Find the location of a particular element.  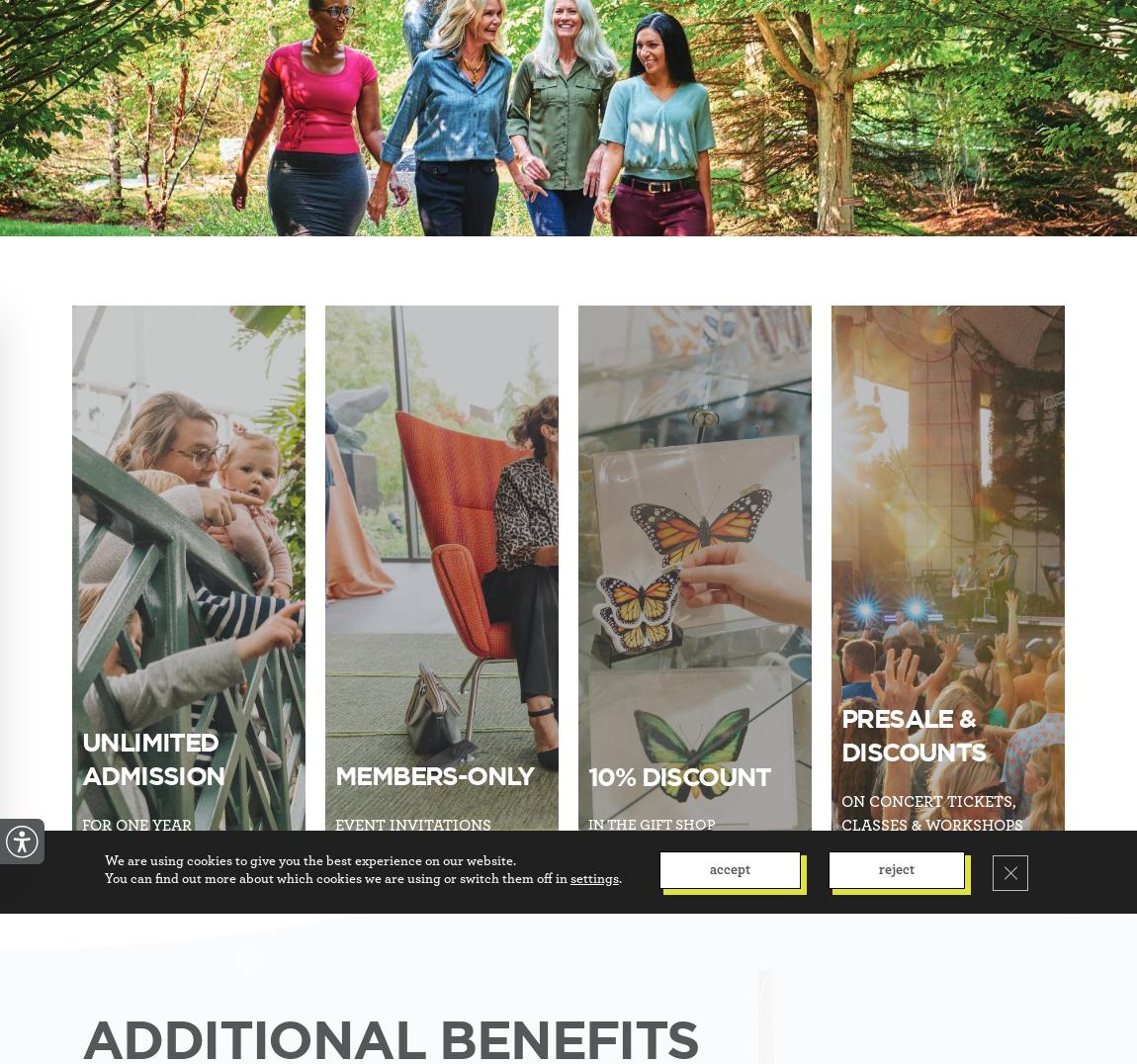

'Accept' is located at coordinates (729, 868).